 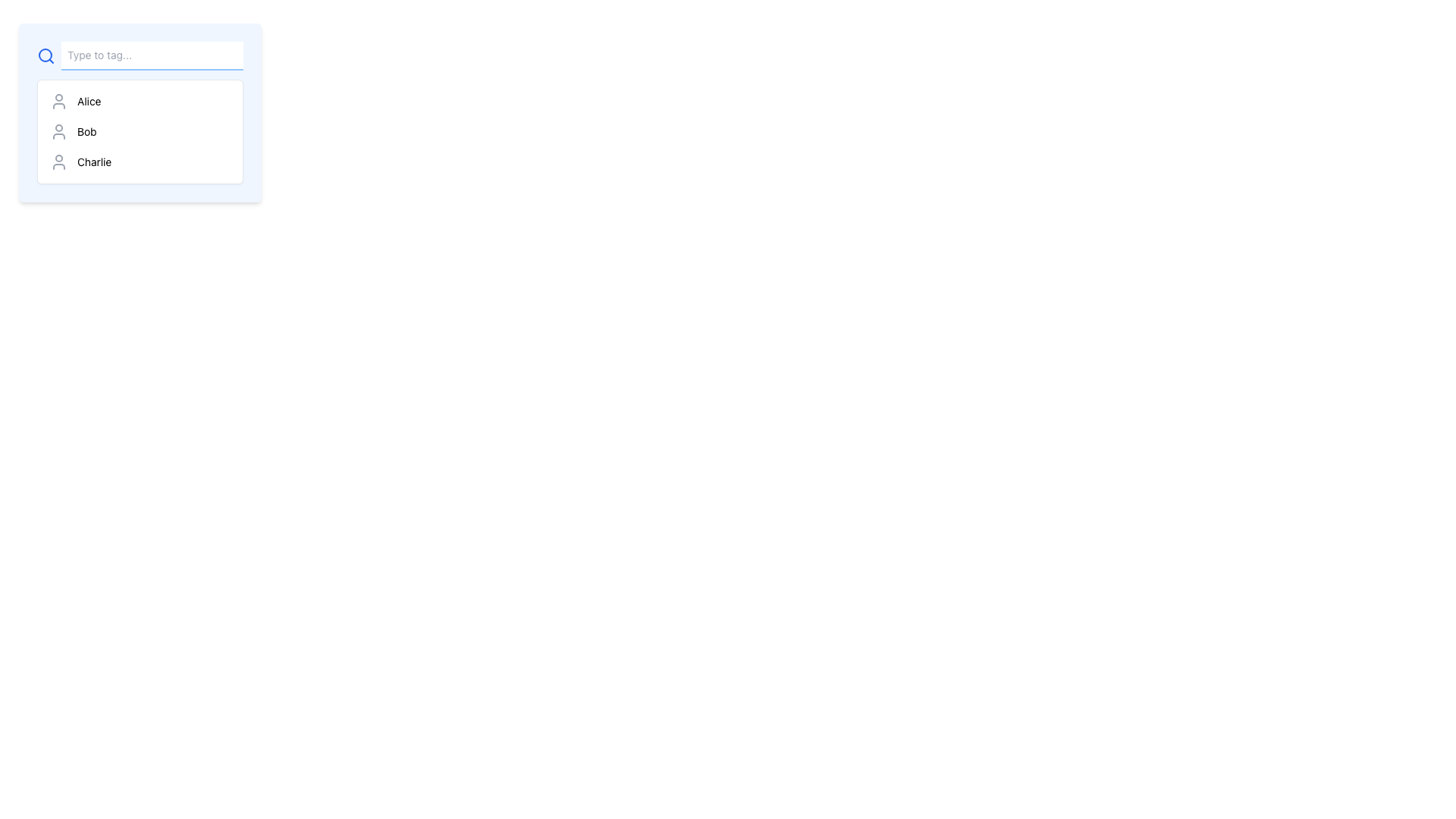 What do you see at coordinates (58, 130) in the screenshot?
I see `the user icon representing 'Bob' in the second item of the vertical list located to the right of the search bar` at bounding box center [58, 130].